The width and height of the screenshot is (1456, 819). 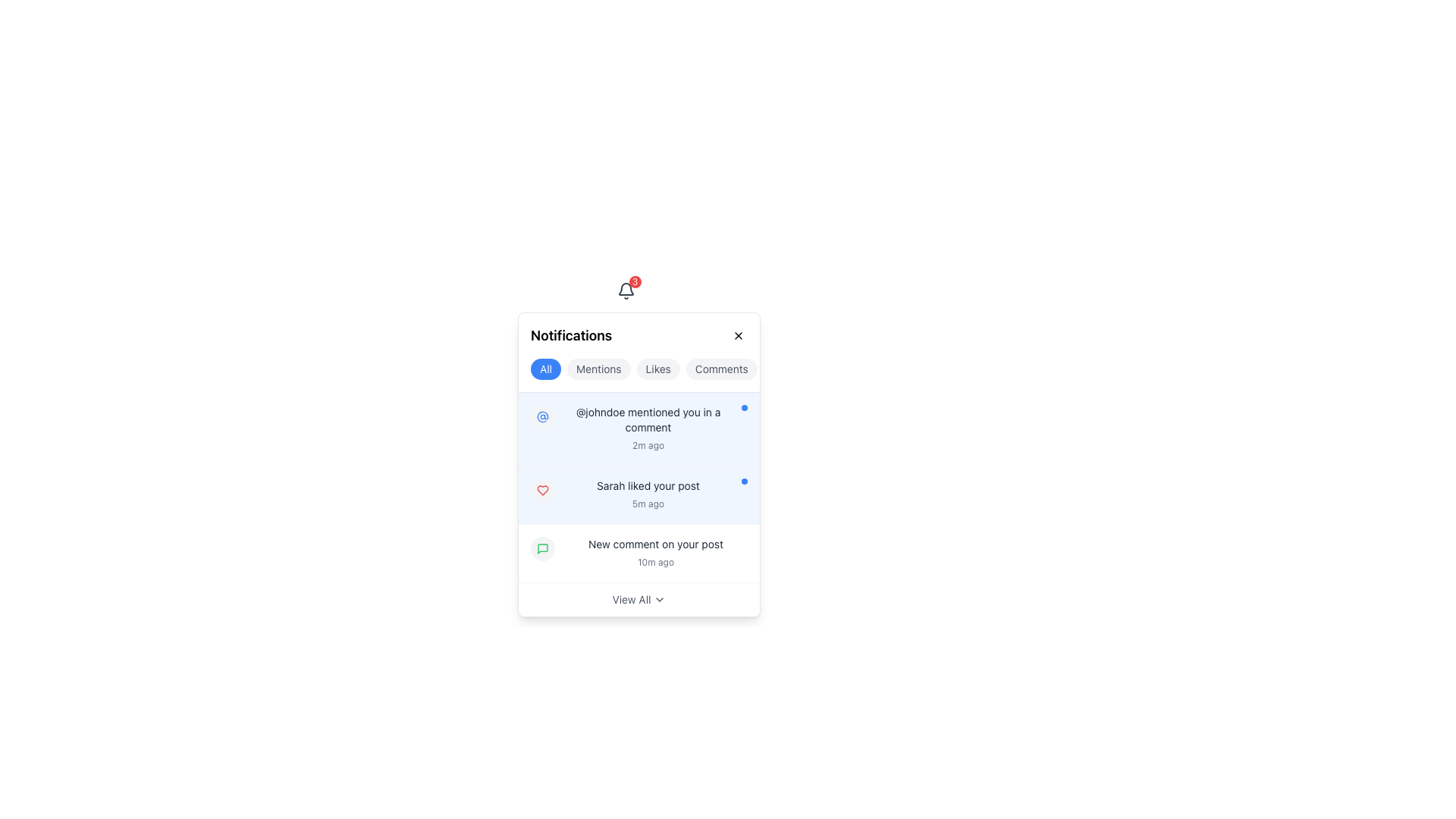 What do you see at coordinates (639, 598) in the screenshot?
I see `the 'view all notifications' button located at the bottom of the dropdown notification menu` at bounding box center [639, 598].